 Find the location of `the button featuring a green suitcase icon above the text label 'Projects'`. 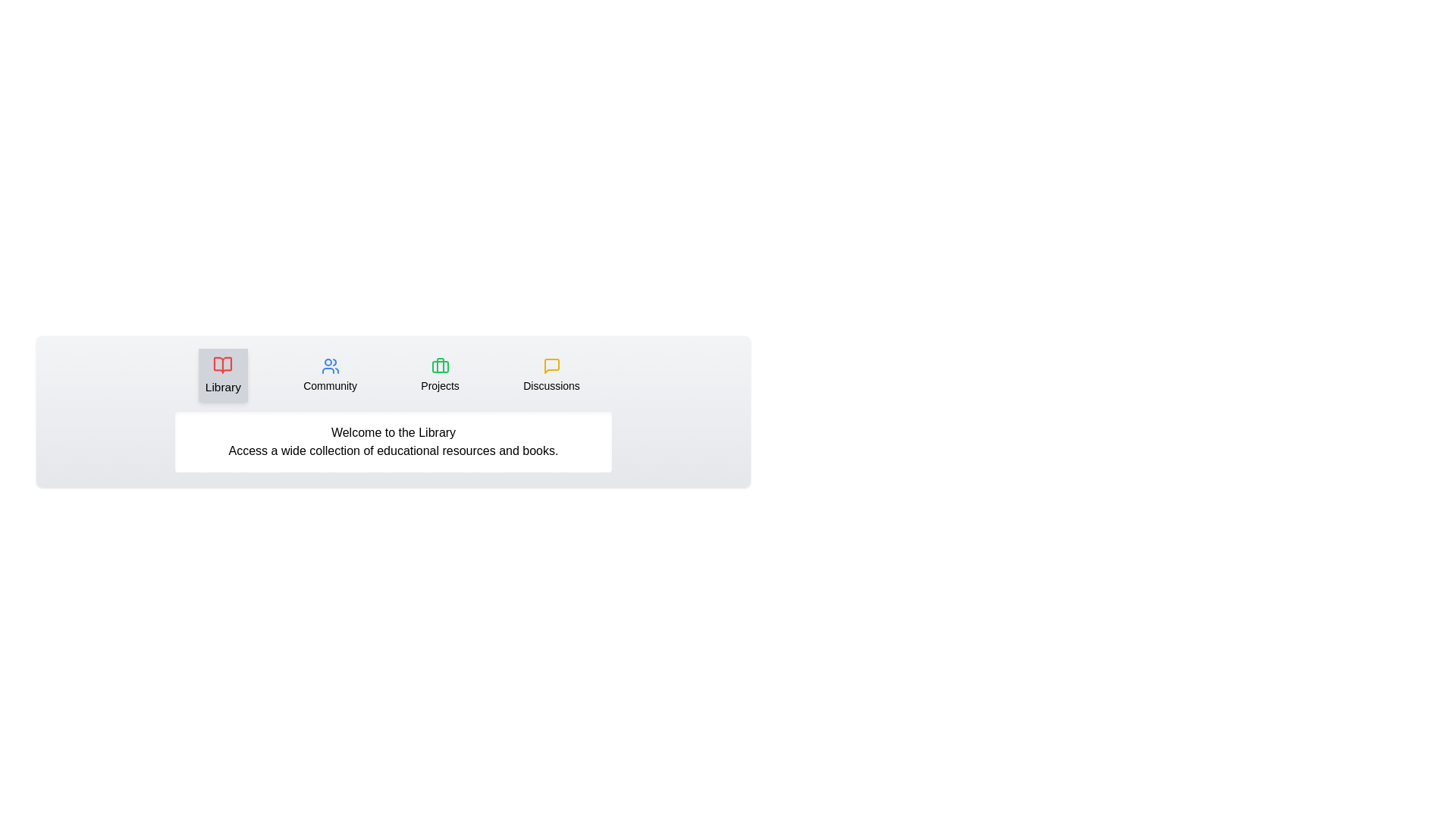

the button featuring a green suitcase icon above the text label 'Projects' is located at coordinates (439, 375).